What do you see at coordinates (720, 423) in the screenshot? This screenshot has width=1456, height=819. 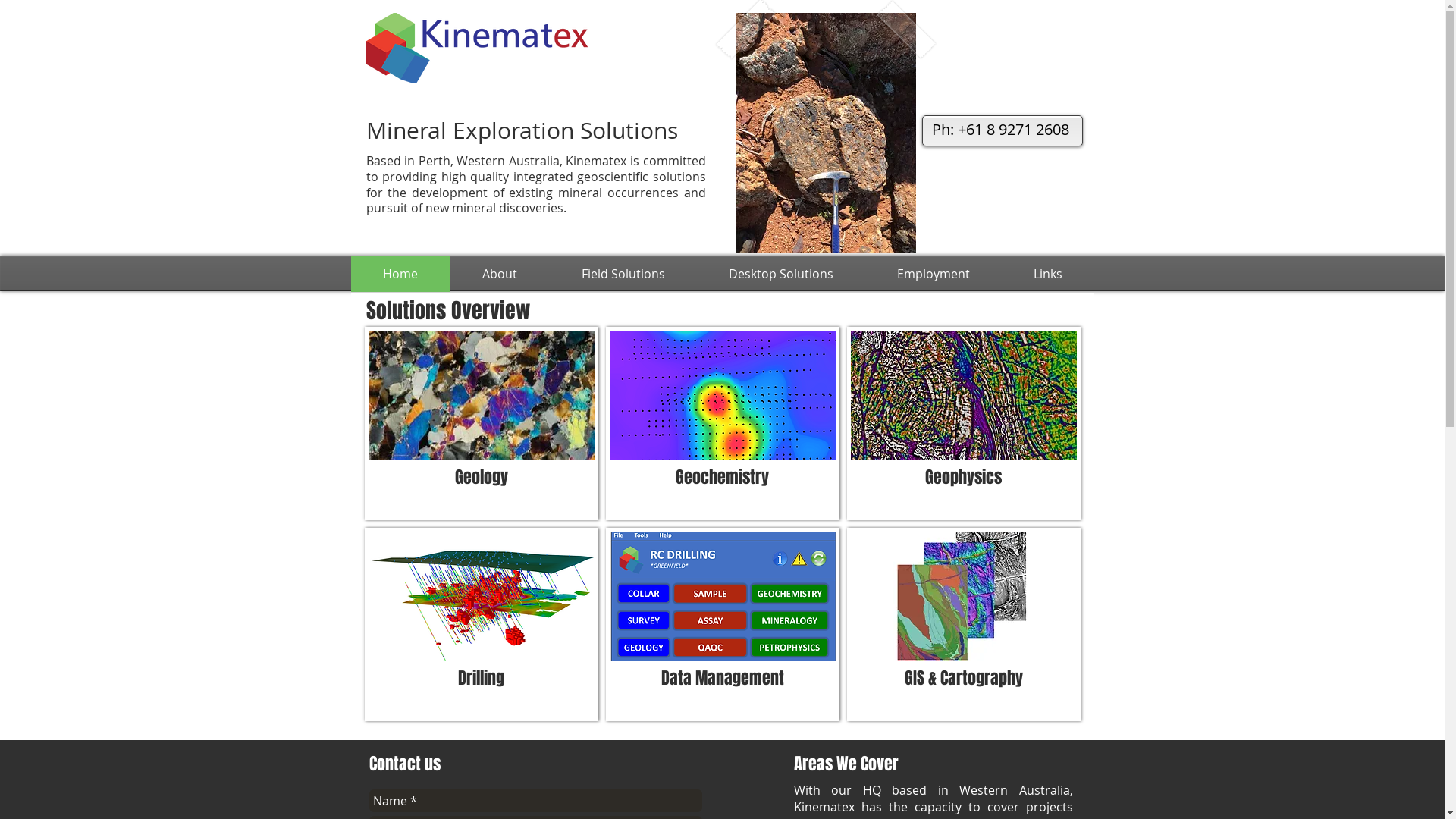 I see `'Geochemistry'` at bounding box center [720, 423].